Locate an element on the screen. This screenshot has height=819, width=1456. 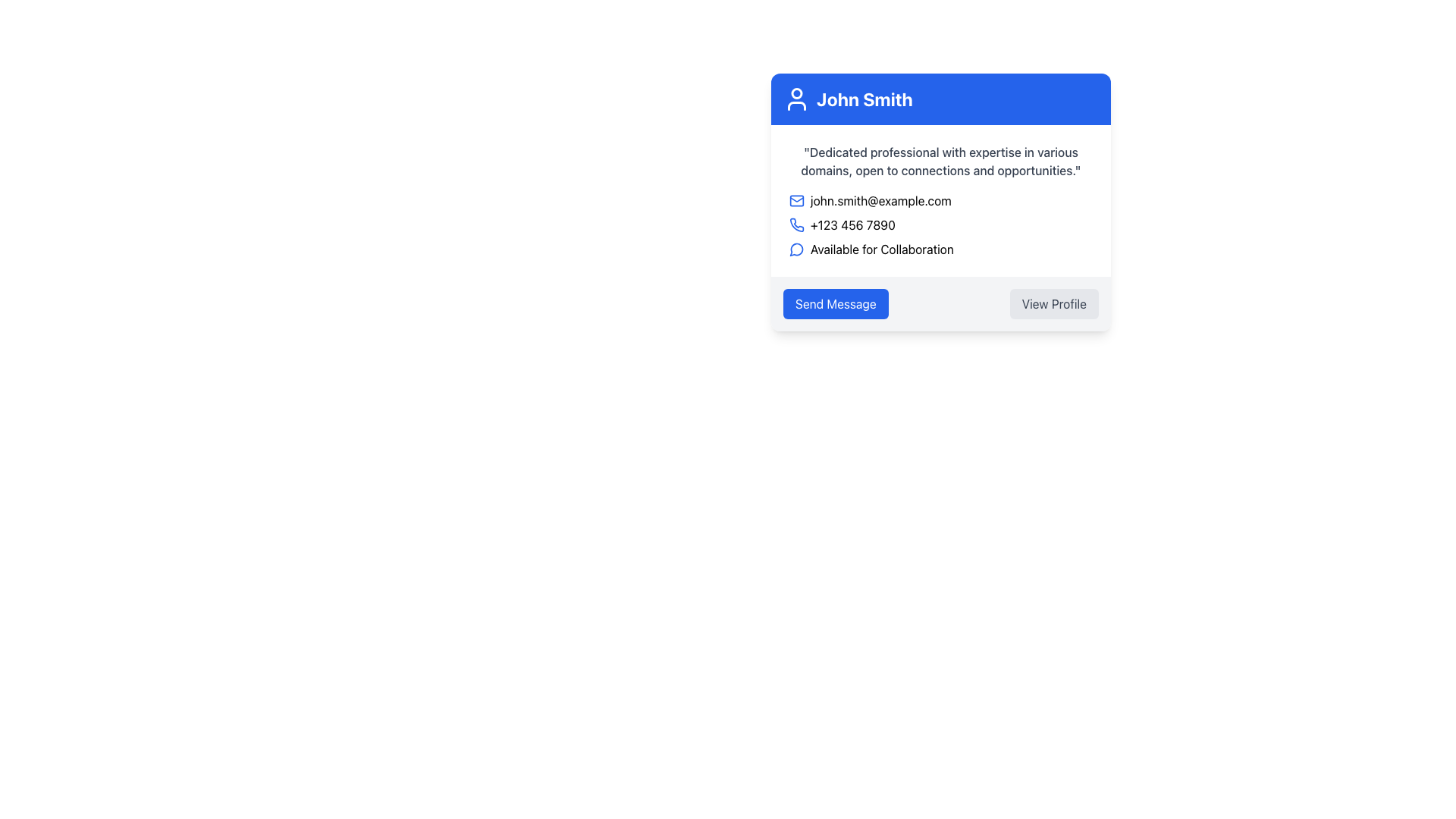
the email address text label located at the top of the contact information section in the profile card to initiate copying the email address is located at coordinates (940, 200).